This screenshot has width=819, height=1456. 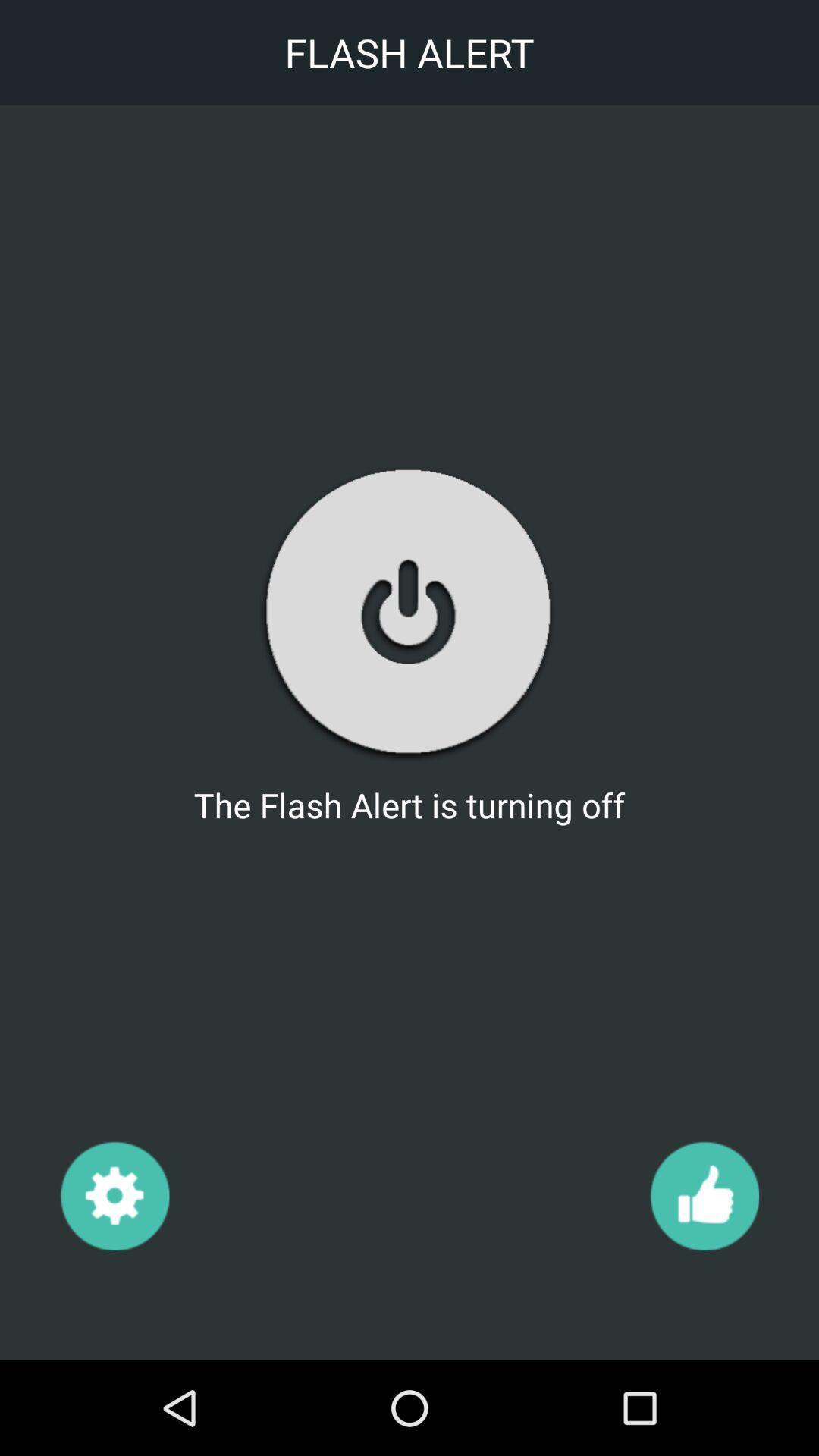 What do you see at coordinates (114, 1194) in the screenshot?
I see `settings` at bounding box center [114, 1194].